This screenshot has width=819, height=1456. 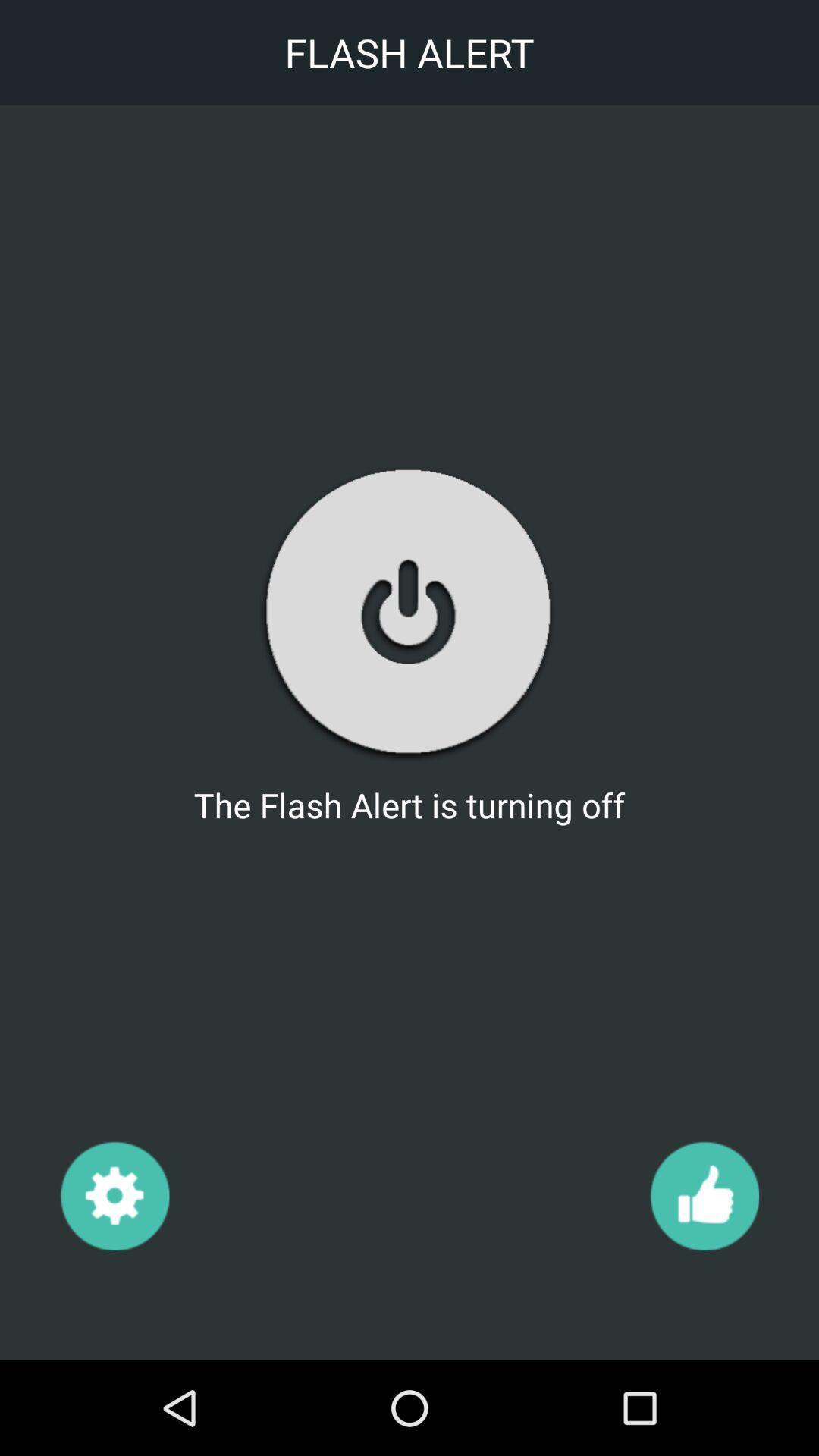 What do you see at coordinates (114, 1194) in the screenshot?
I see `settings` at bounding box center [114, 1194].